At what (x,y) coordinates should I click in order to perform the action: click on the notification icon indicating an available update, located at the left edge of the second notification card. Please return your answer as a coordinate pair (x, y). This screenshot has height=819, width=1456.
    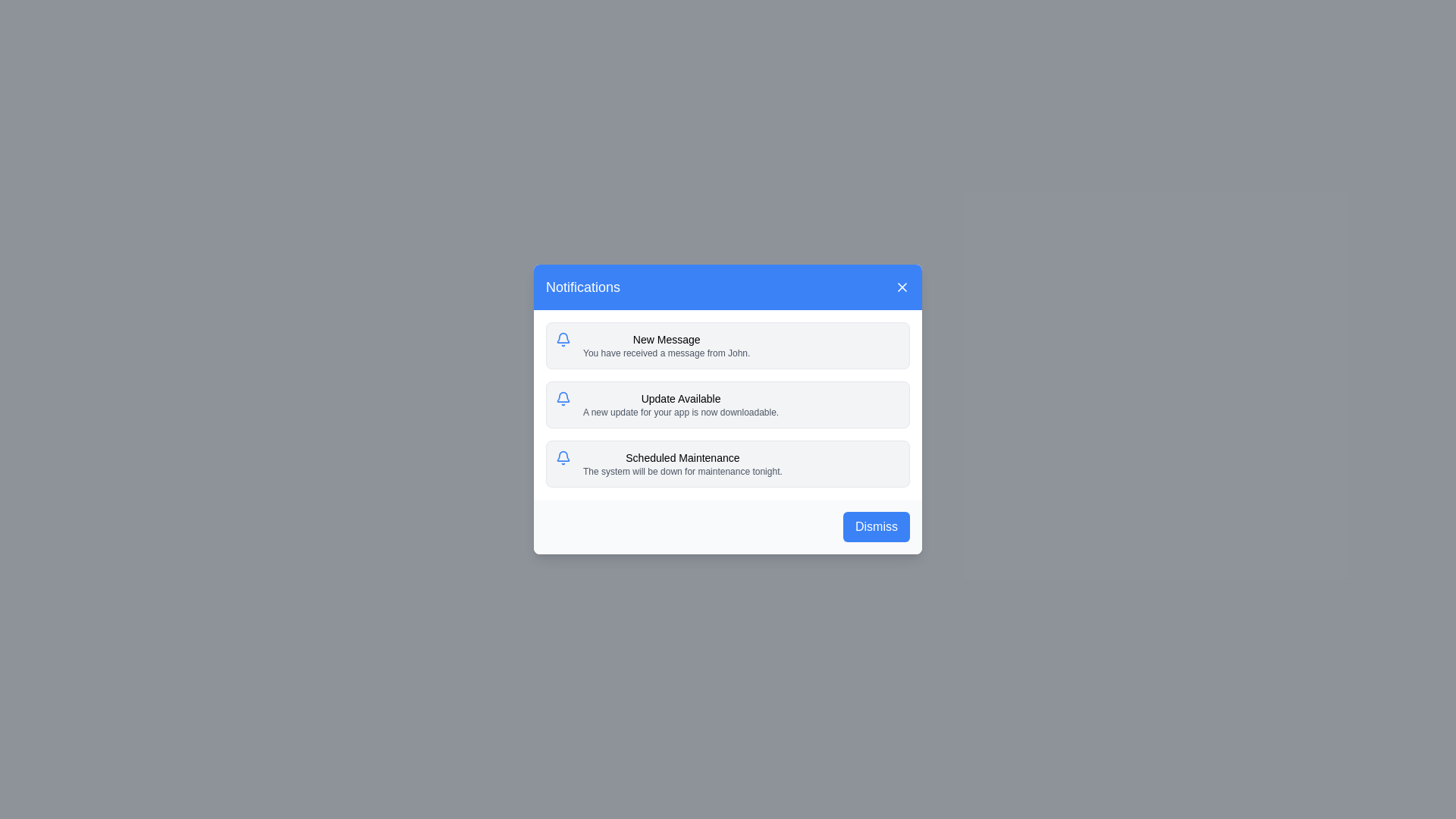
    Looking at the image, I should click on (563, 397).